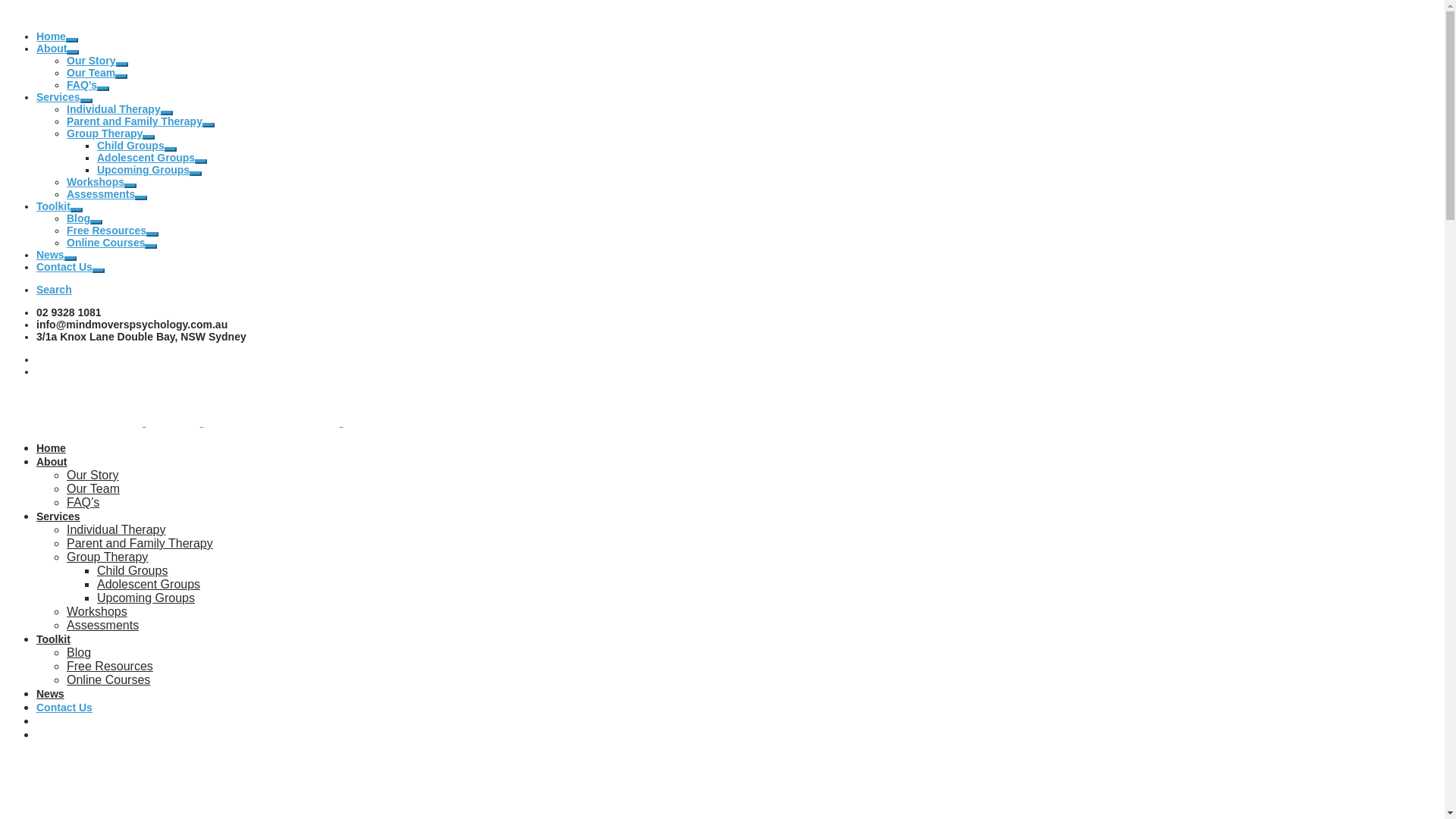 This screenshot has width=1456, height=819. What do you see at coordinates (100, 193) in the screenshot?
I see `'Assessments'` at bounding box center [100, 193].